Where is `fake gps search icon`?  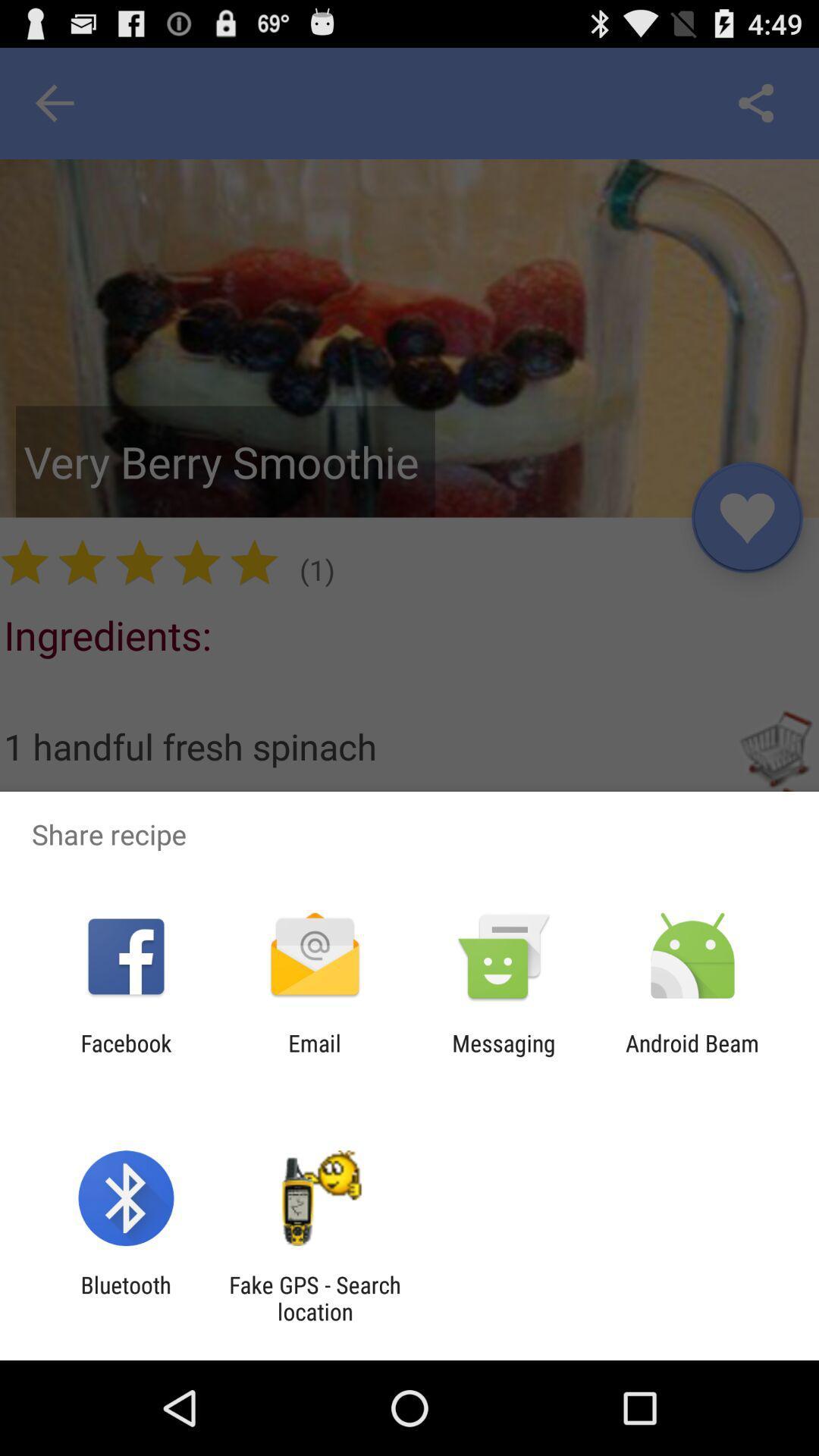 fake gps search icon is located at coordinates (314, 1298).